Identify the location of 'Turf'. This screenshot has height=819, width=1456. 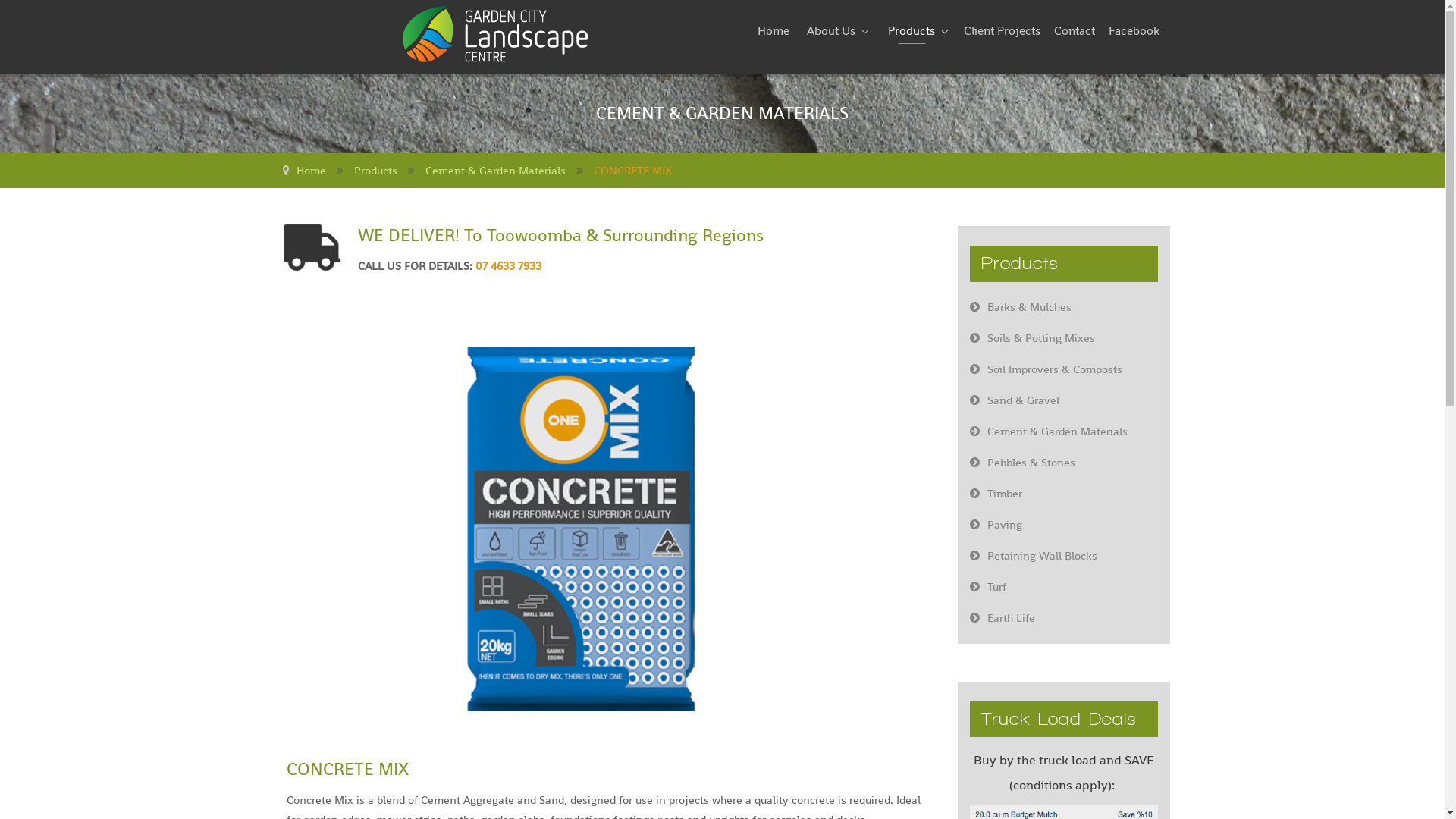
(1062, 586).